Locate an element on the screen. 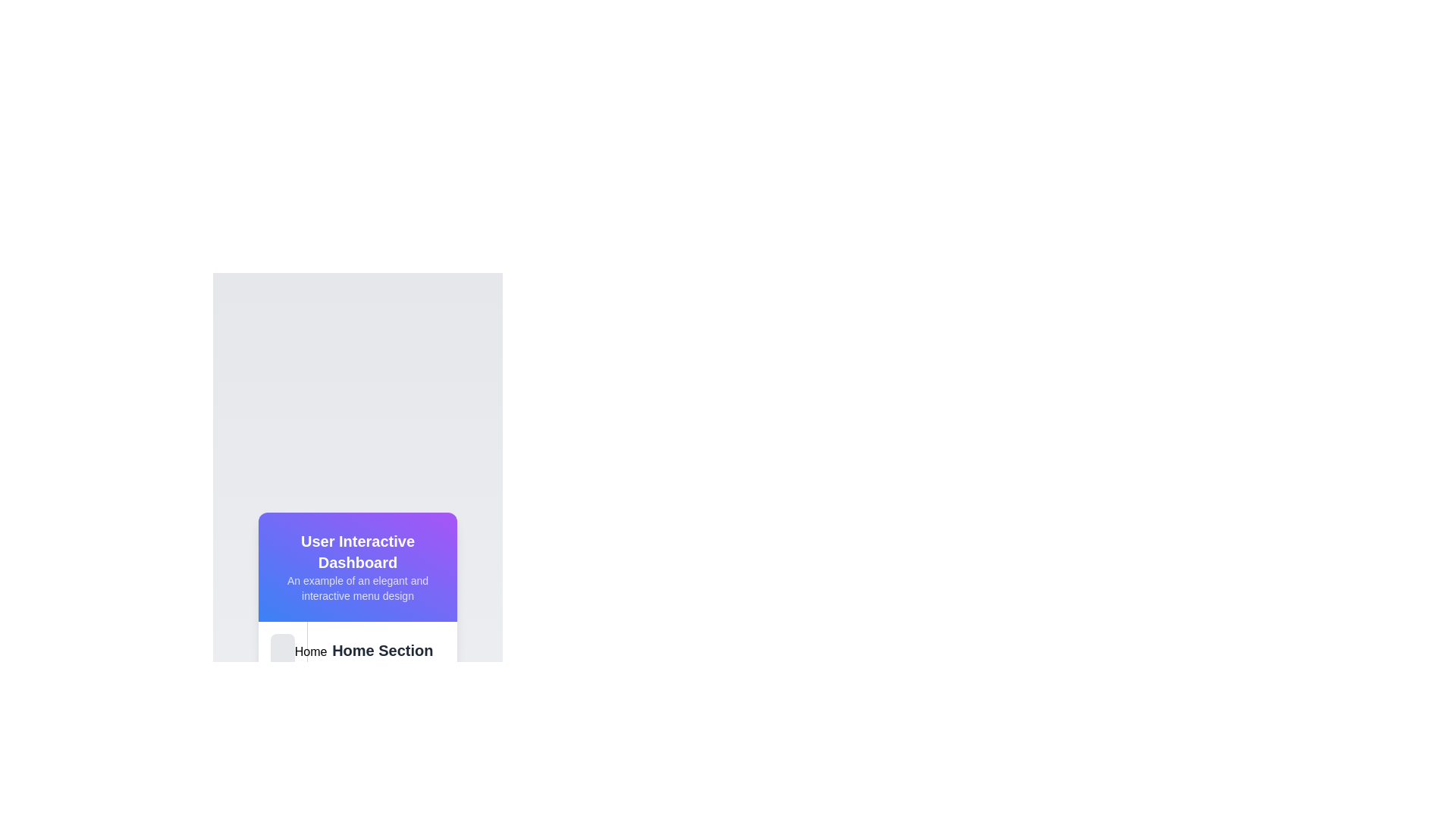 This screenshot has height=819, width=1456. the text block containing the message 'An example of an elegant and interactive menu design' to copy it is located at coordinates (356, 587).